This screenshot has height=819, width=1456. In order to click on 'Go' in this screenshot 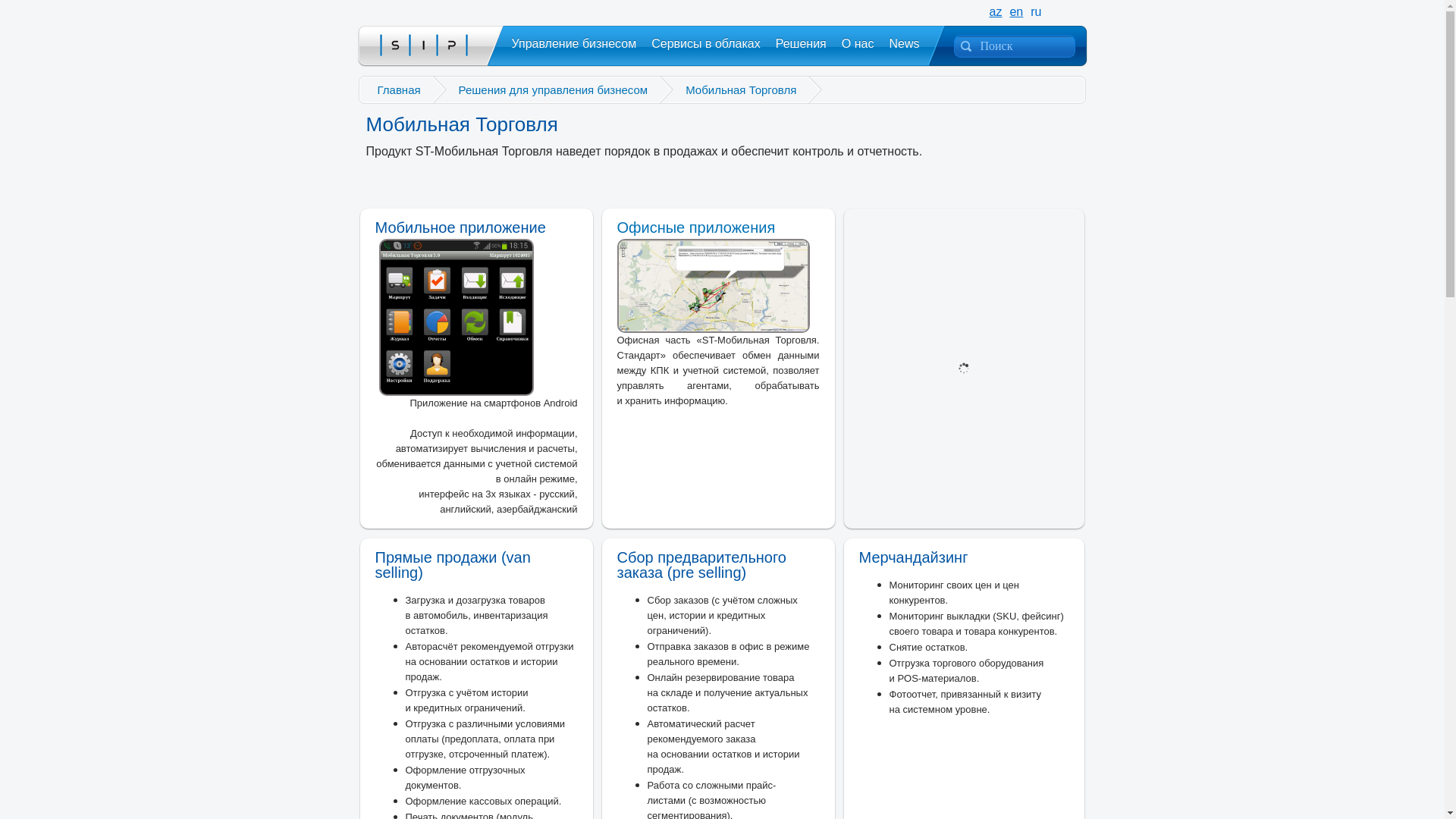, I will do `click(0, 11)`.